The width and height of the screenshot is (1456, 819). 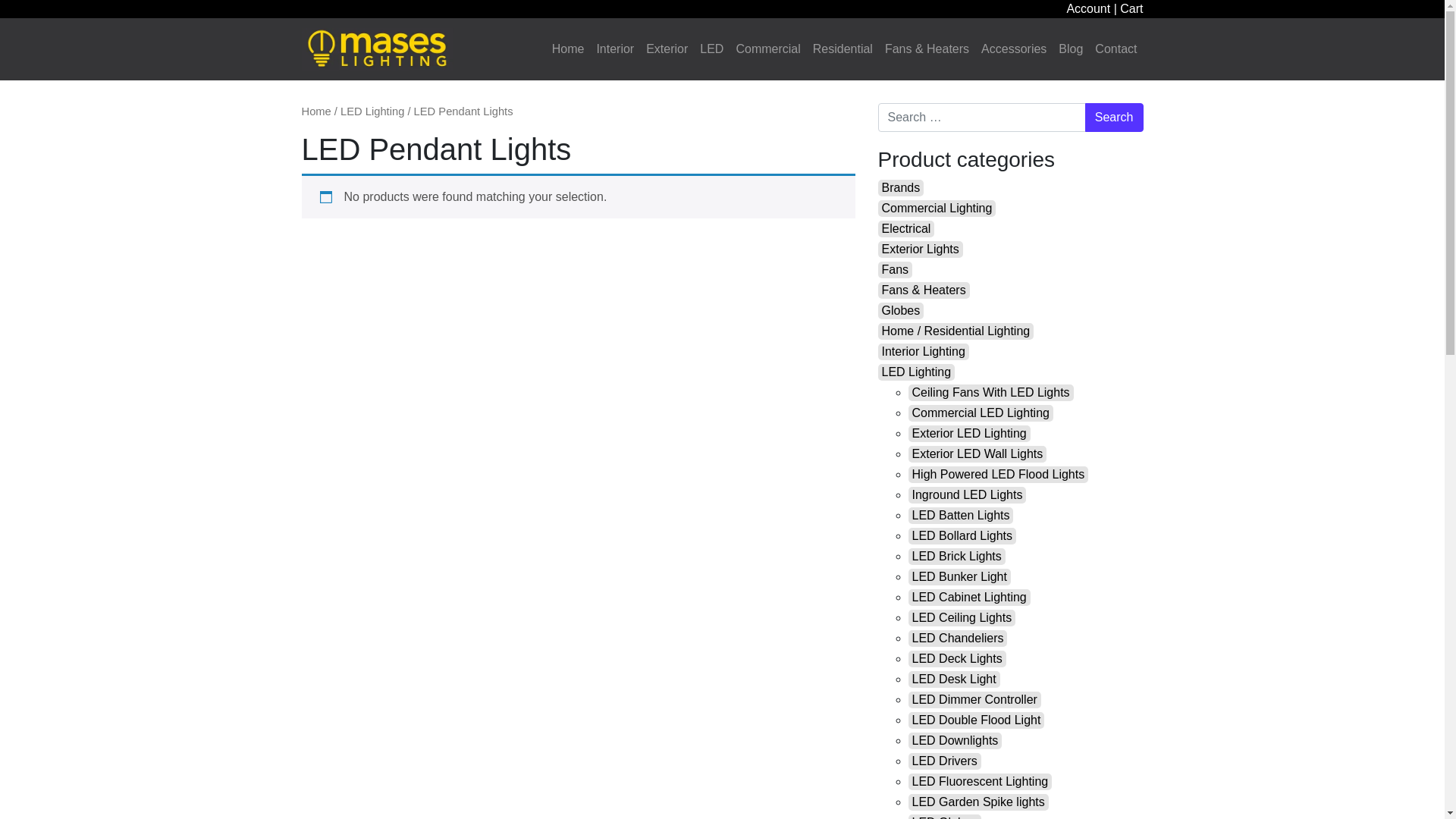 What do you see at coordinates (1087, 8) in the screenshot?
I see `'Account'` at bounding box center [1087, 8].